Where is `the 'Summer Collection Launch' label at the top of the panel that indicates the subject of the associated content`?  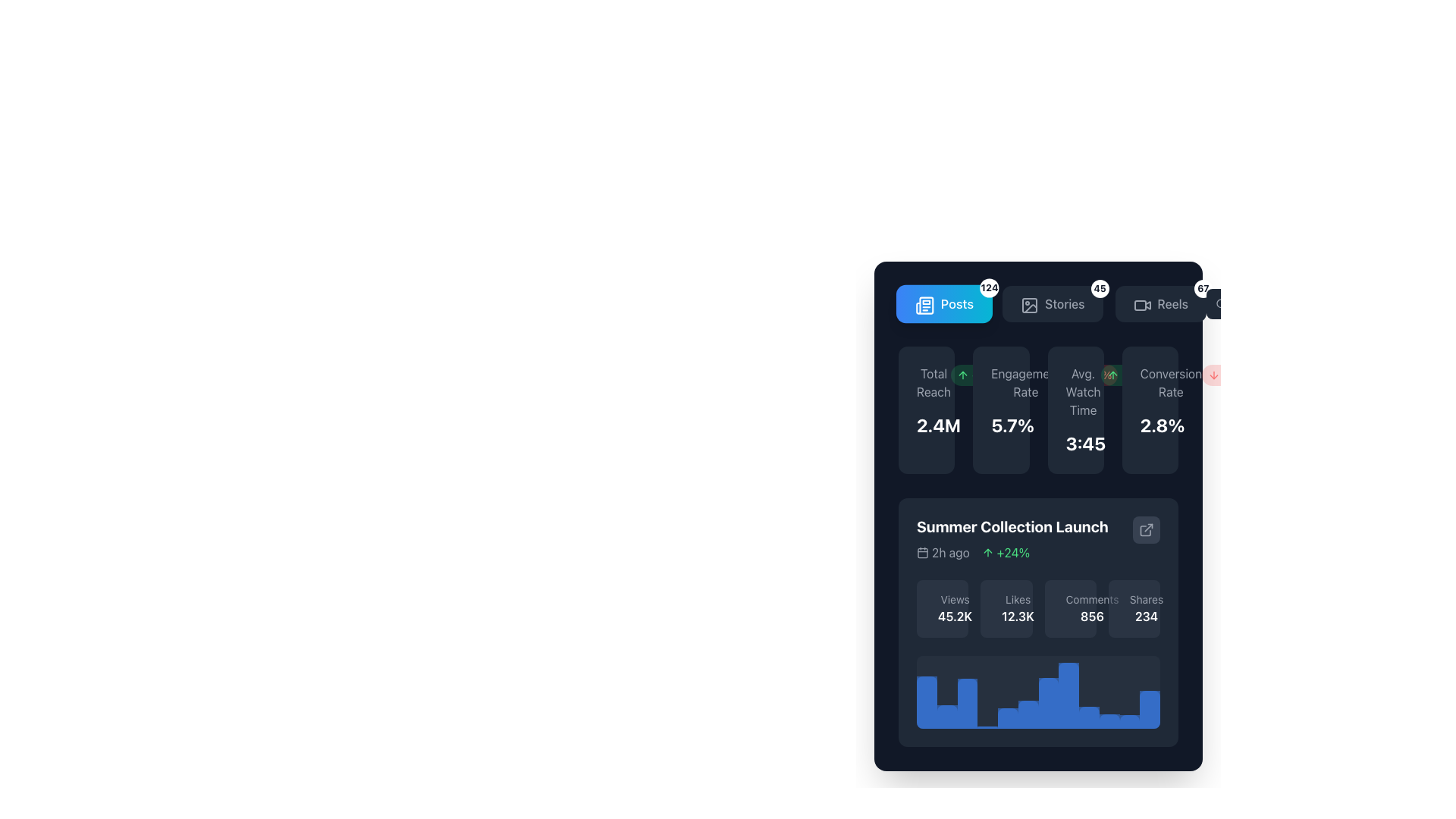 the 'Summer Collection Launch' label at the top of the panel that indicates the subject of the associated content is located at coordinates (1012, 526).